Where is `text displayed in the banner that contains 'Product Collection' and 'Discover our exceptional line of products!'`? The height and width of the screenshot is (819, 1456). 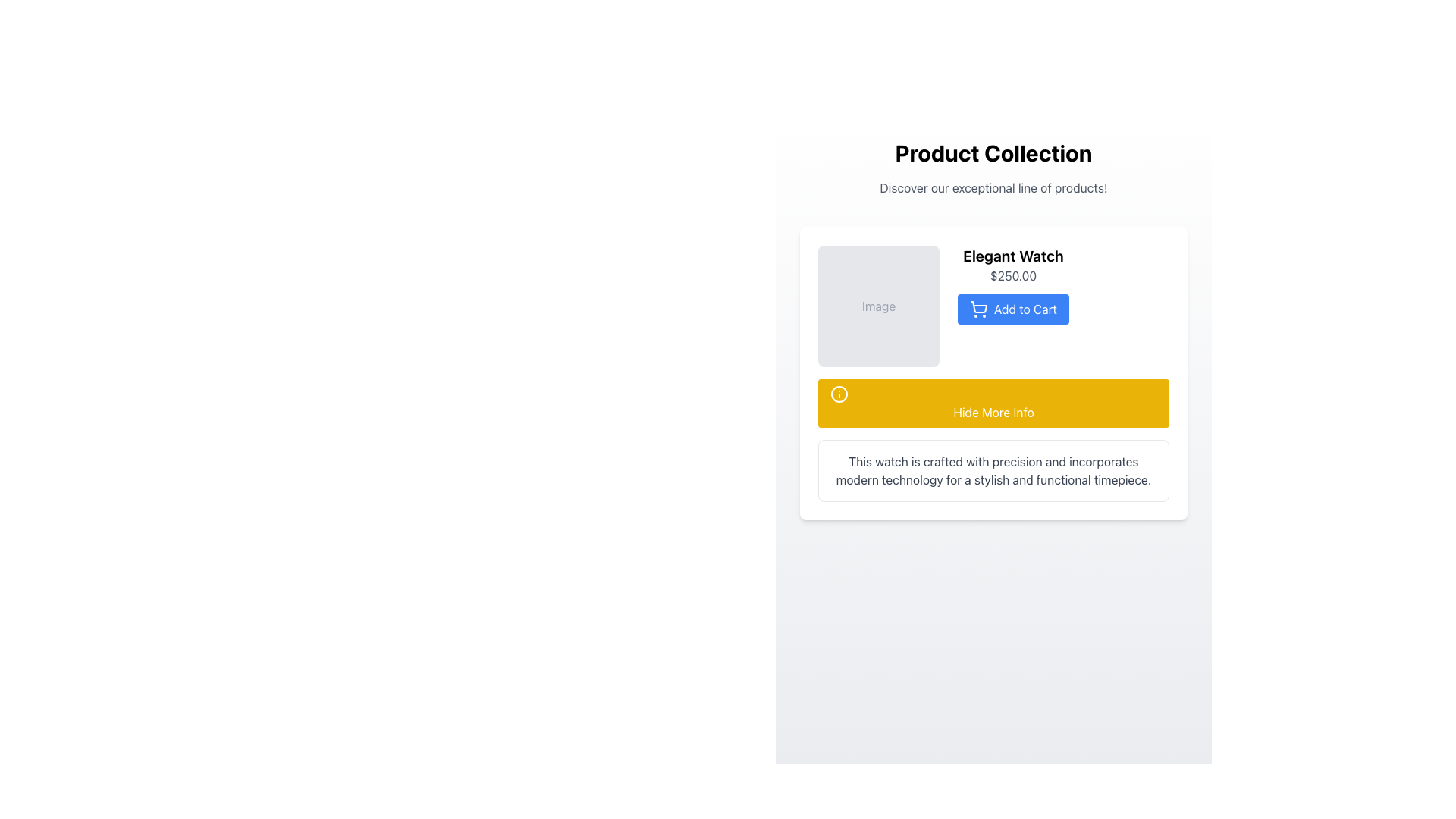
text displayed in the banner that contains 'Product Collection' and 'Discover our exceptional line of products!' is located at coordinates (993, 168).